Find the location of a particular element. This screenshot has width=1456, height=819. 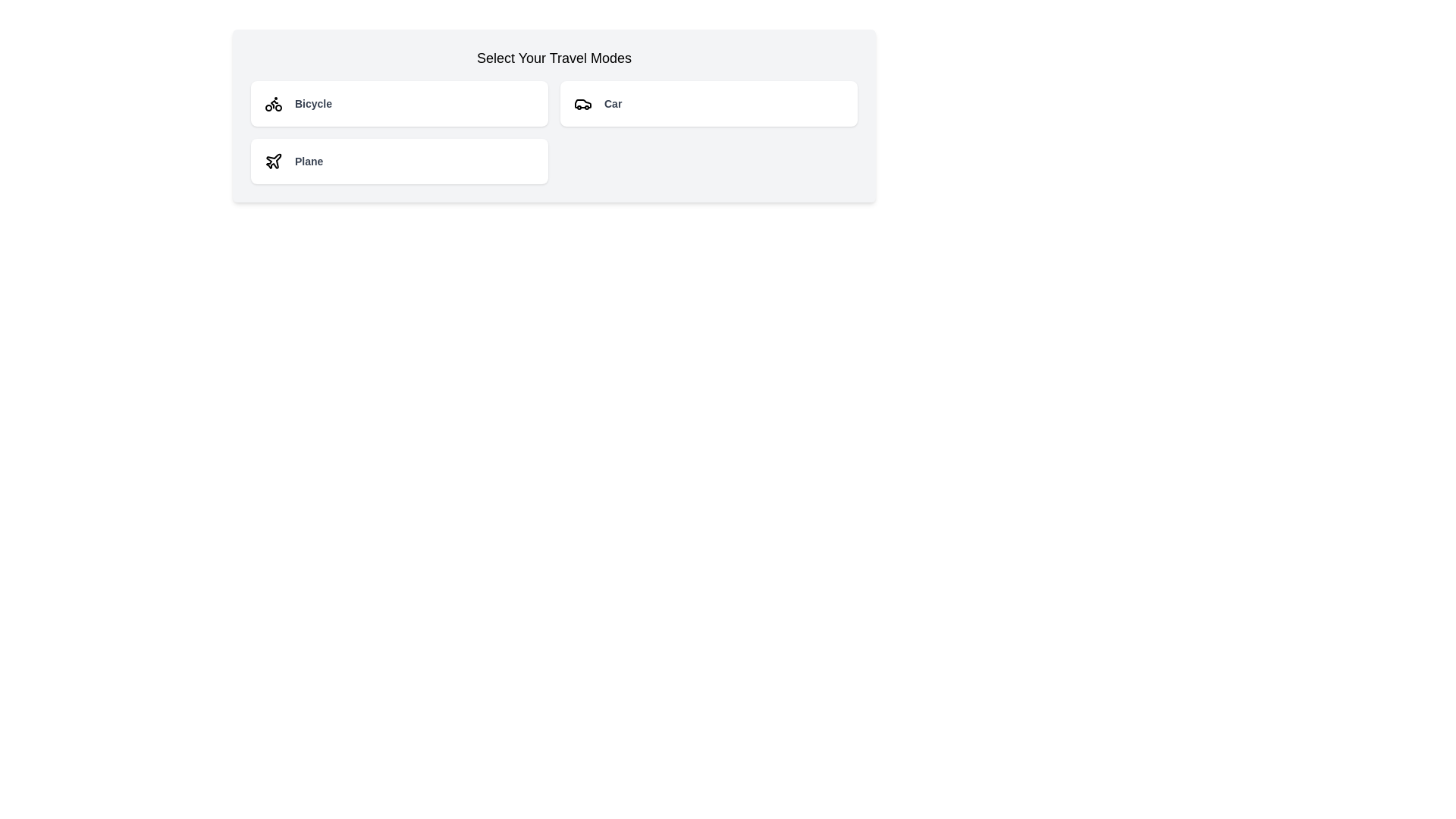

the 'Plane' icon located in the lower-left quadrant of the layout is located at coordinates (274, 161).